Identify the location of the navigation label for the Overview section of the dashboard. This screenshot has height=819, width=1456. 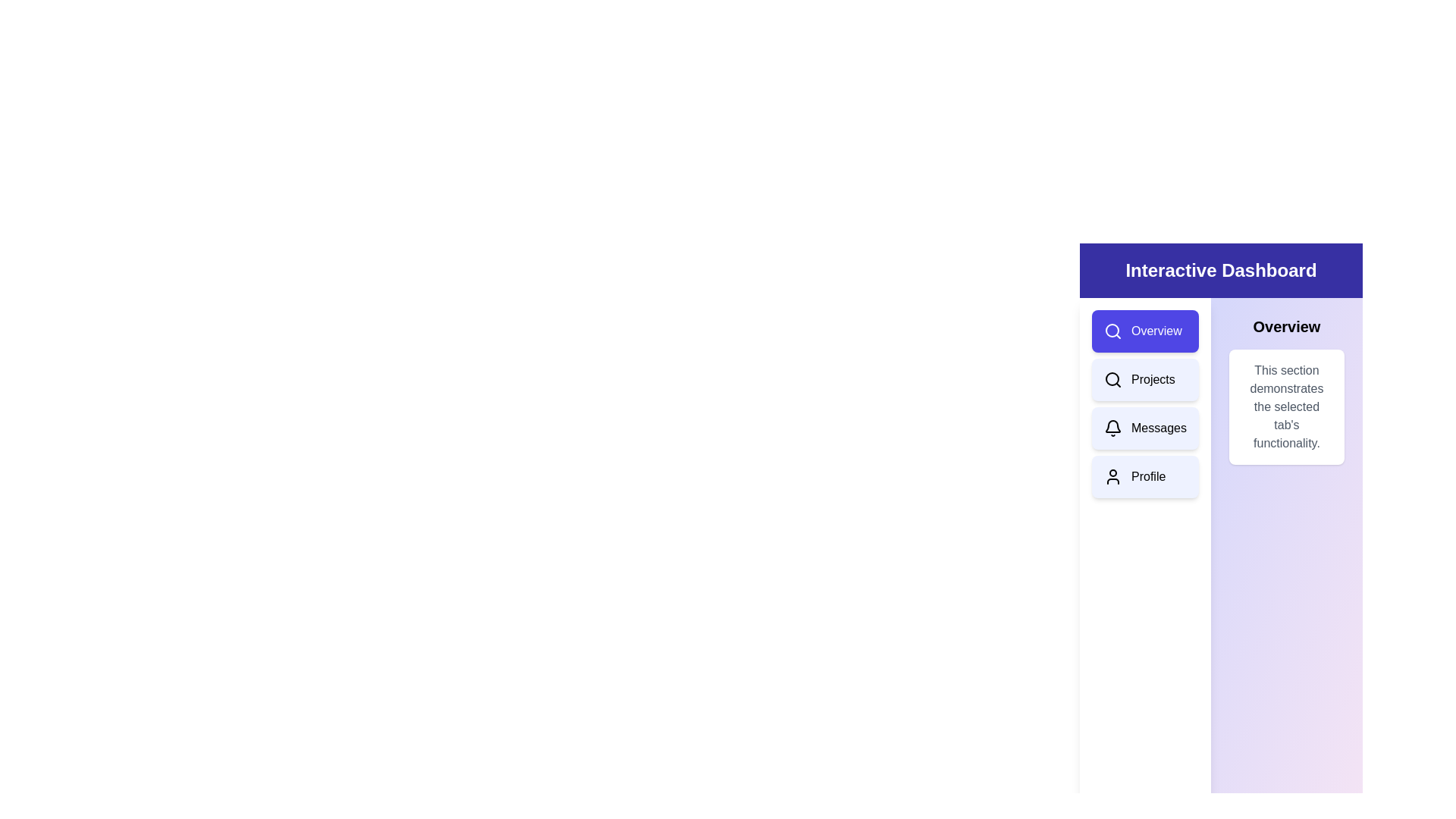
(1156, 330).